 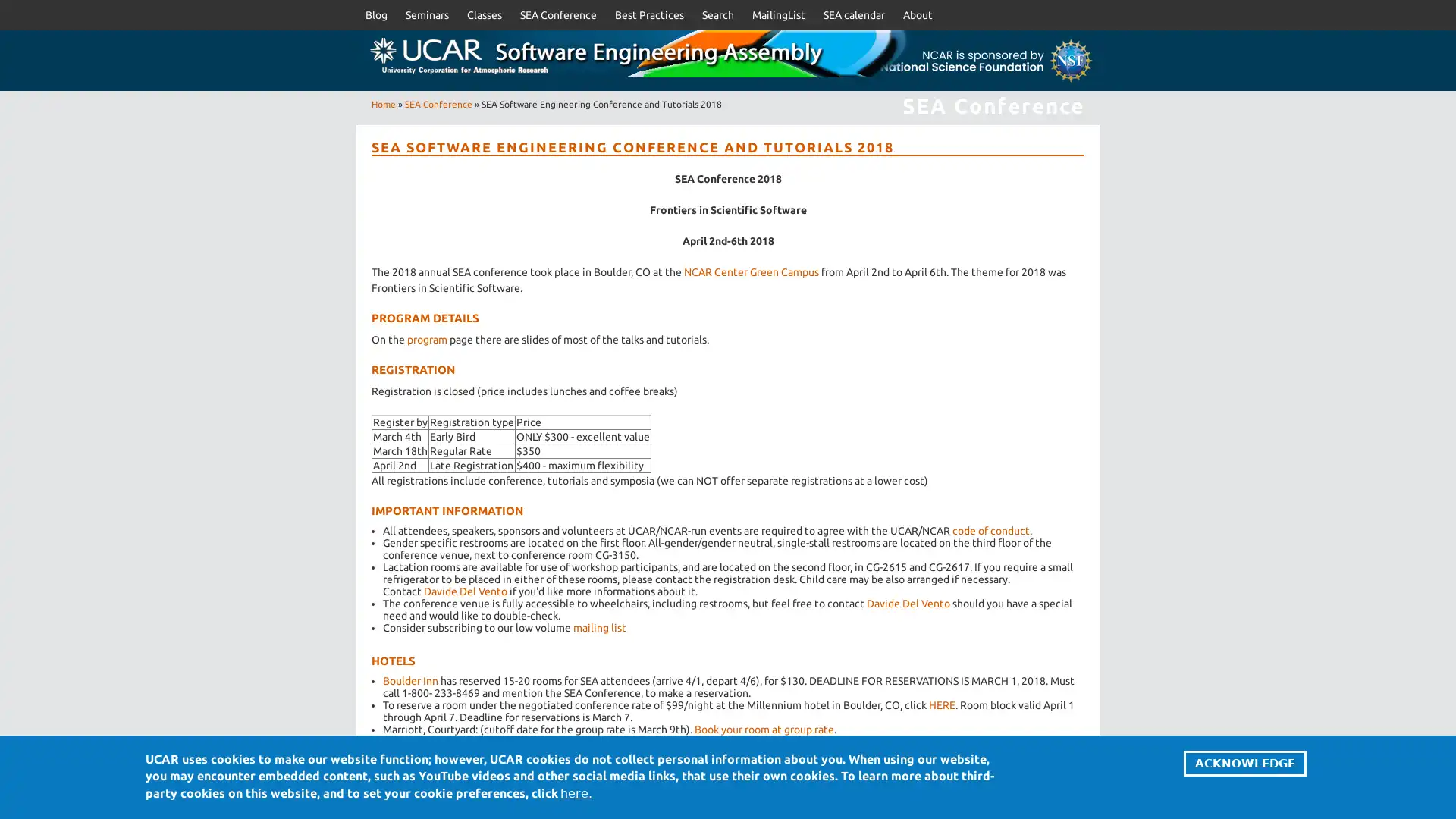 What do you see at coordinates (1244, 763) in the screenshot?
I see `ACKNOWLEDGE` at bounding box center [1244, 763].